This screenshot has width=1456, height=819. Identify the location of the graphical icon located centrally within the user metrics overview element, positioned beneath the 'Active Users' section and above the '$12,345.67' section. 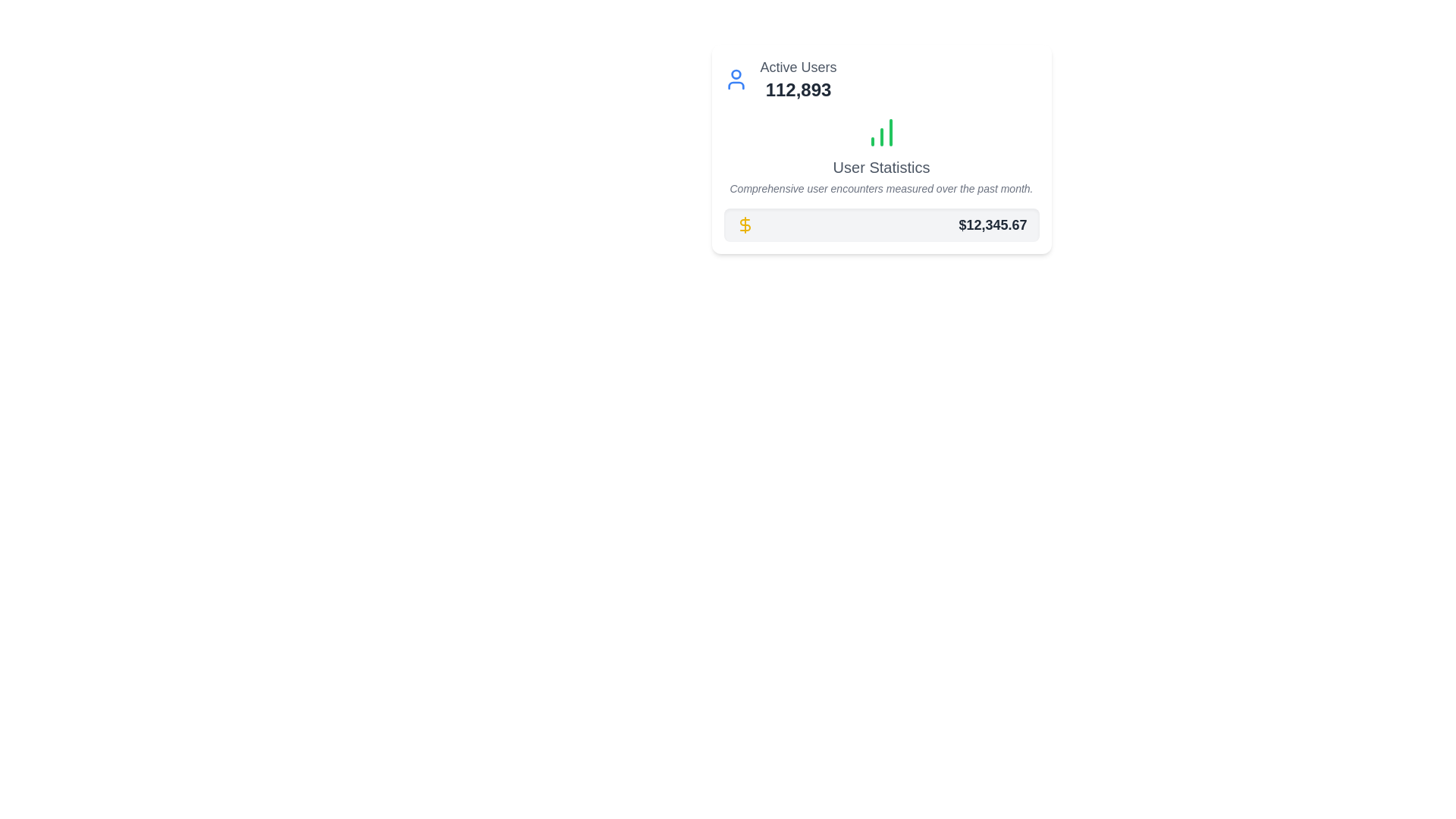
(881, 155).